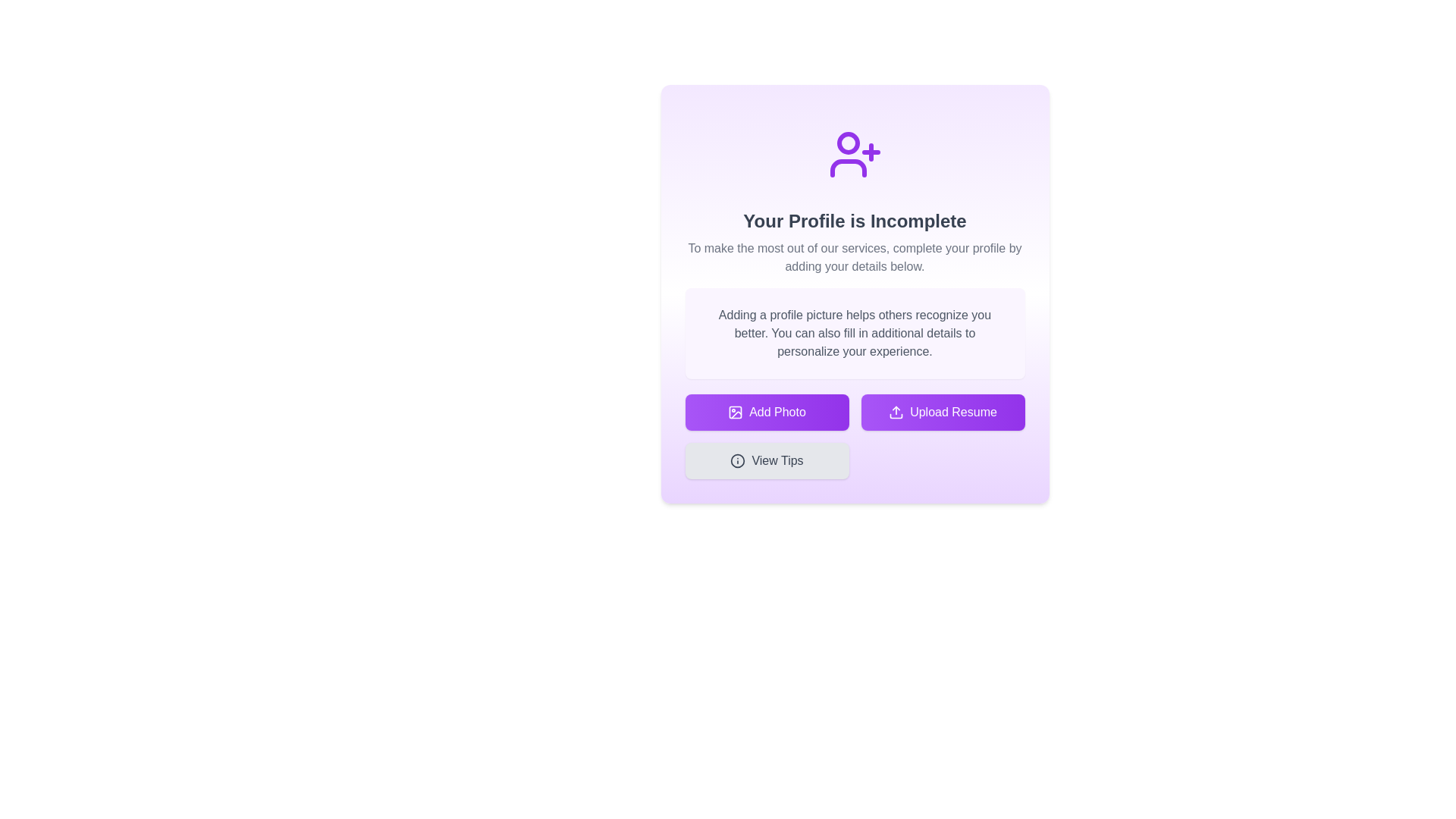 This screenshot has height=819, width=1456. I want to click on the centered gray paragraph text located beneath the heading 'Your Profile is Incomplete' in the purple-themed profile completion section, so click(855, 256).